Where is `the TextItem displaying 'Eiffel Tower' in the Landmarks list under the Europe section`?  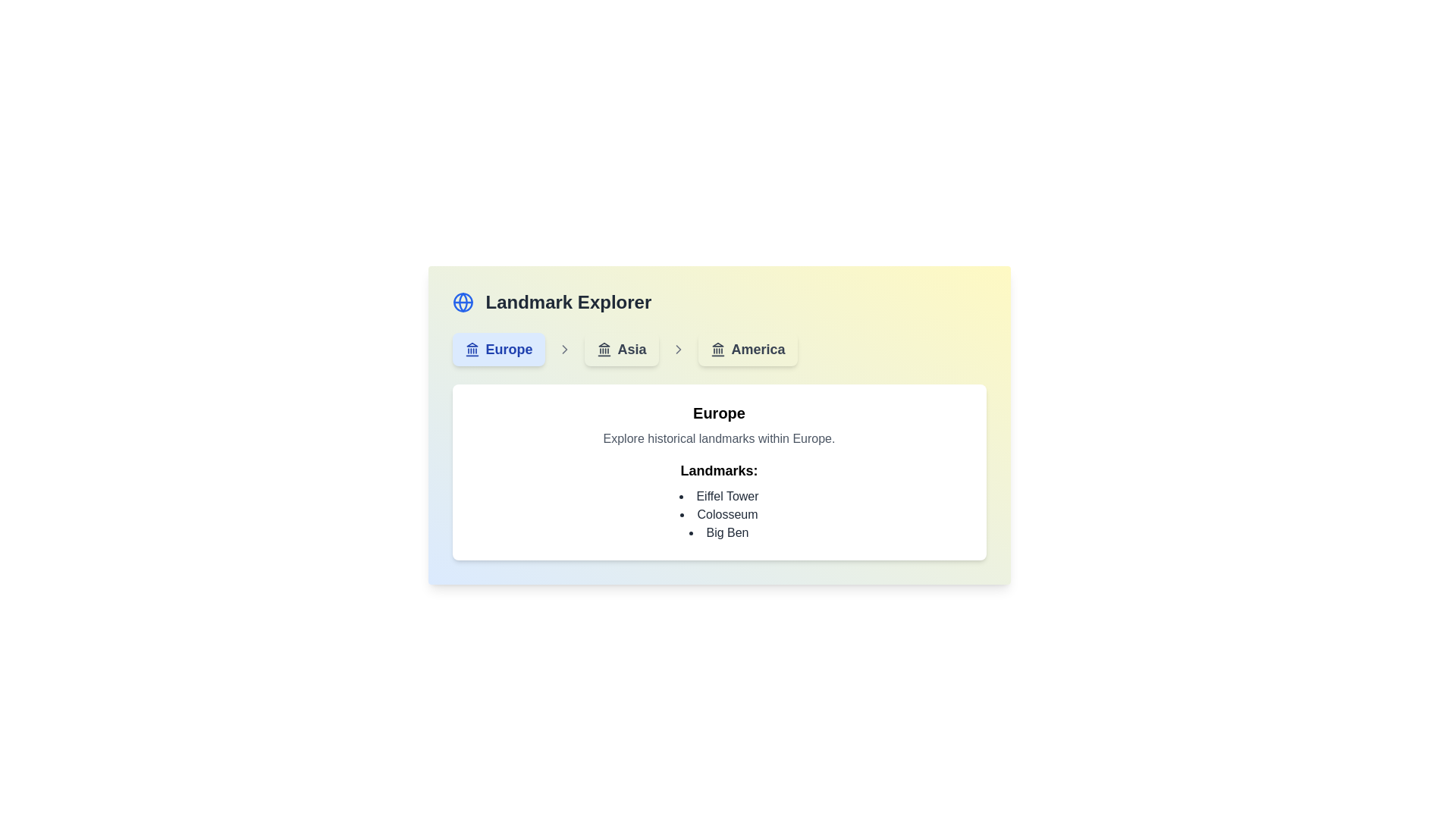
the TextItem displaying 'Eiffel Tower' in the Landmarks list under the Europe section is located at coordinates (718, 497).